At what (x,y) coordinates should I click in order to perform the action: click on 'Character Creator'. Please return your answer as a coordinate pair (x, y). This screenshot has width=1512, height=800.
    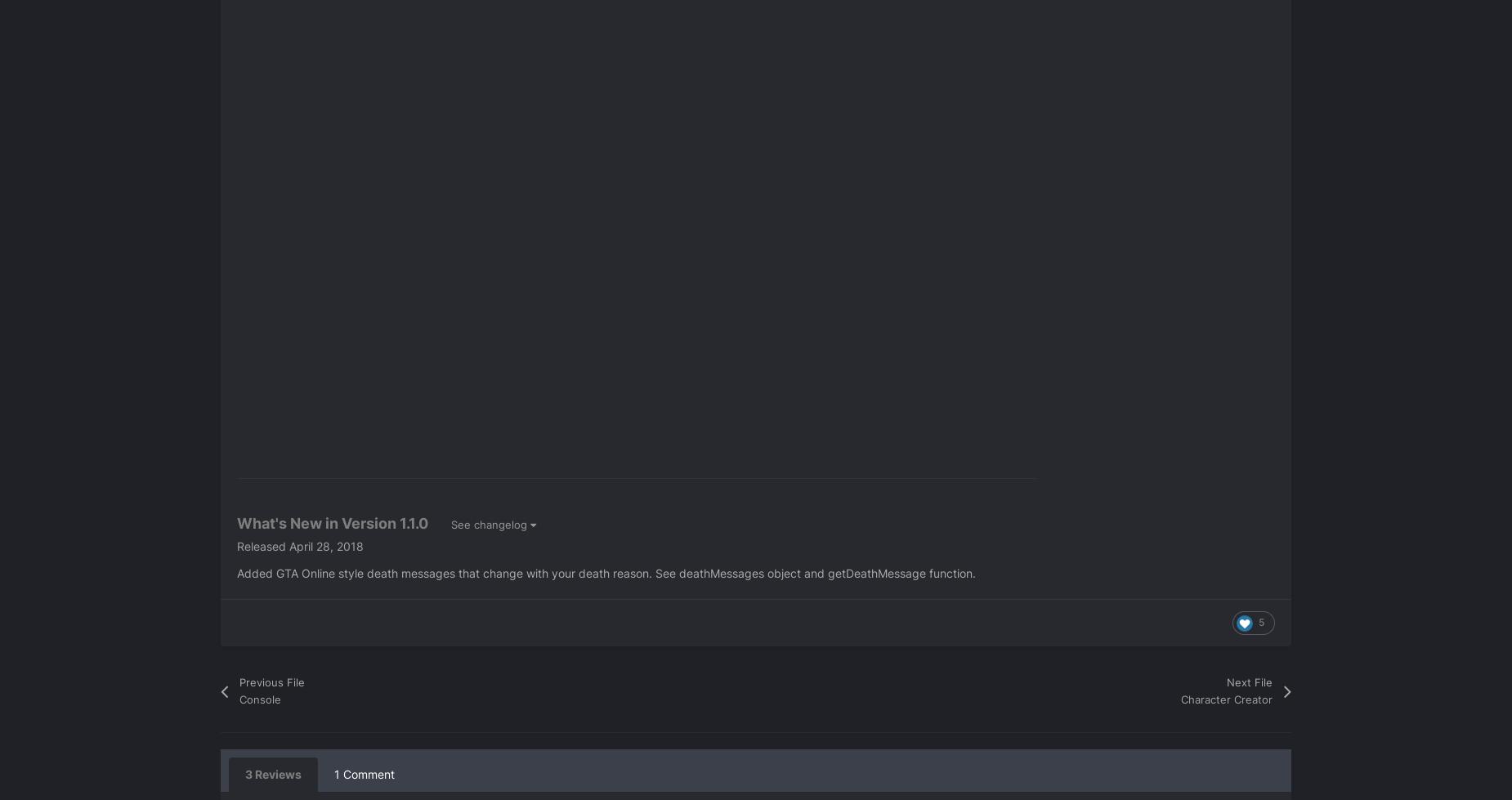
    Looking at the image, I should click on (1225, 697).